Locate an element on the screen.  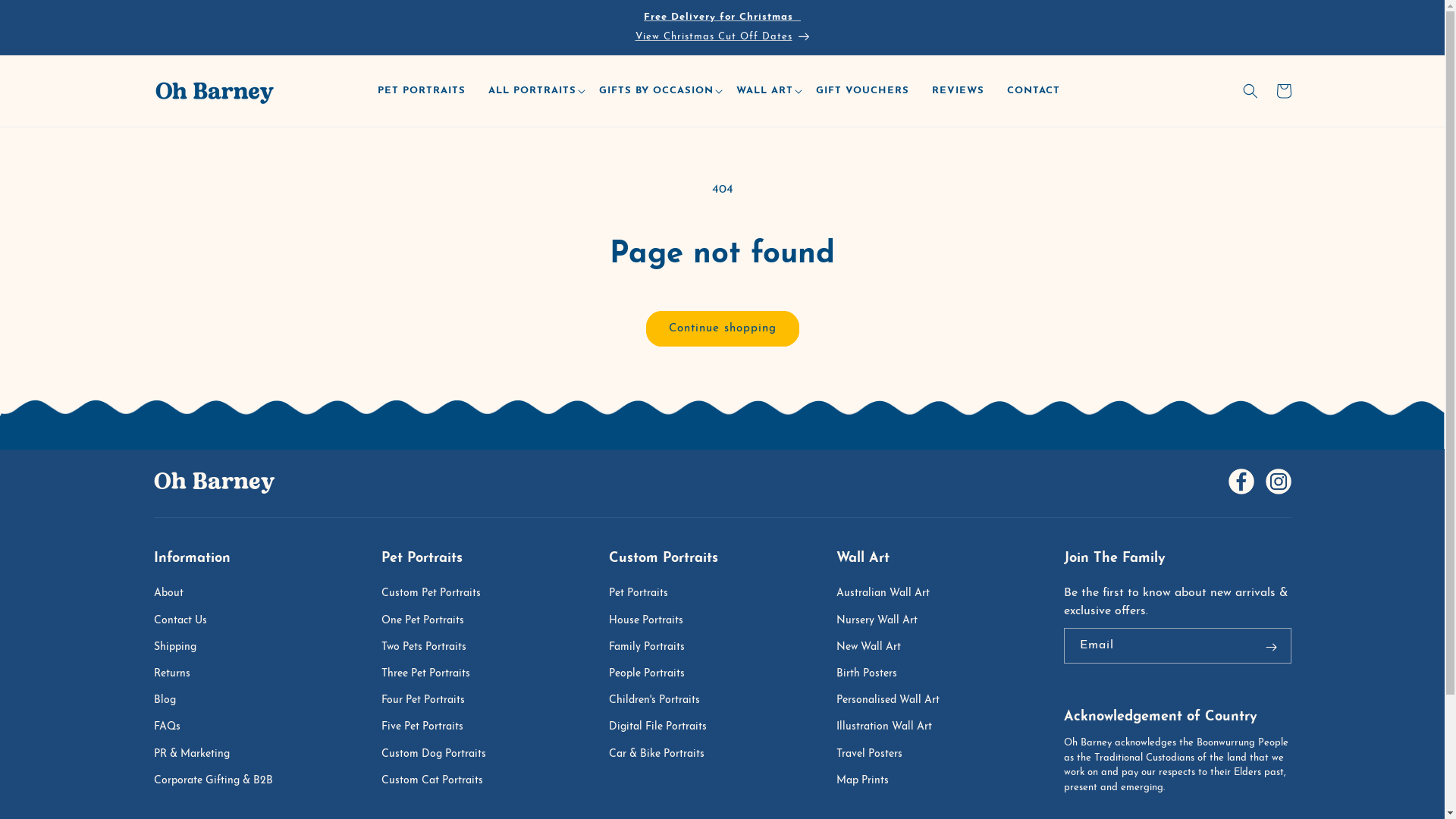
'Map Prints' is located at coordinates (835, 780).